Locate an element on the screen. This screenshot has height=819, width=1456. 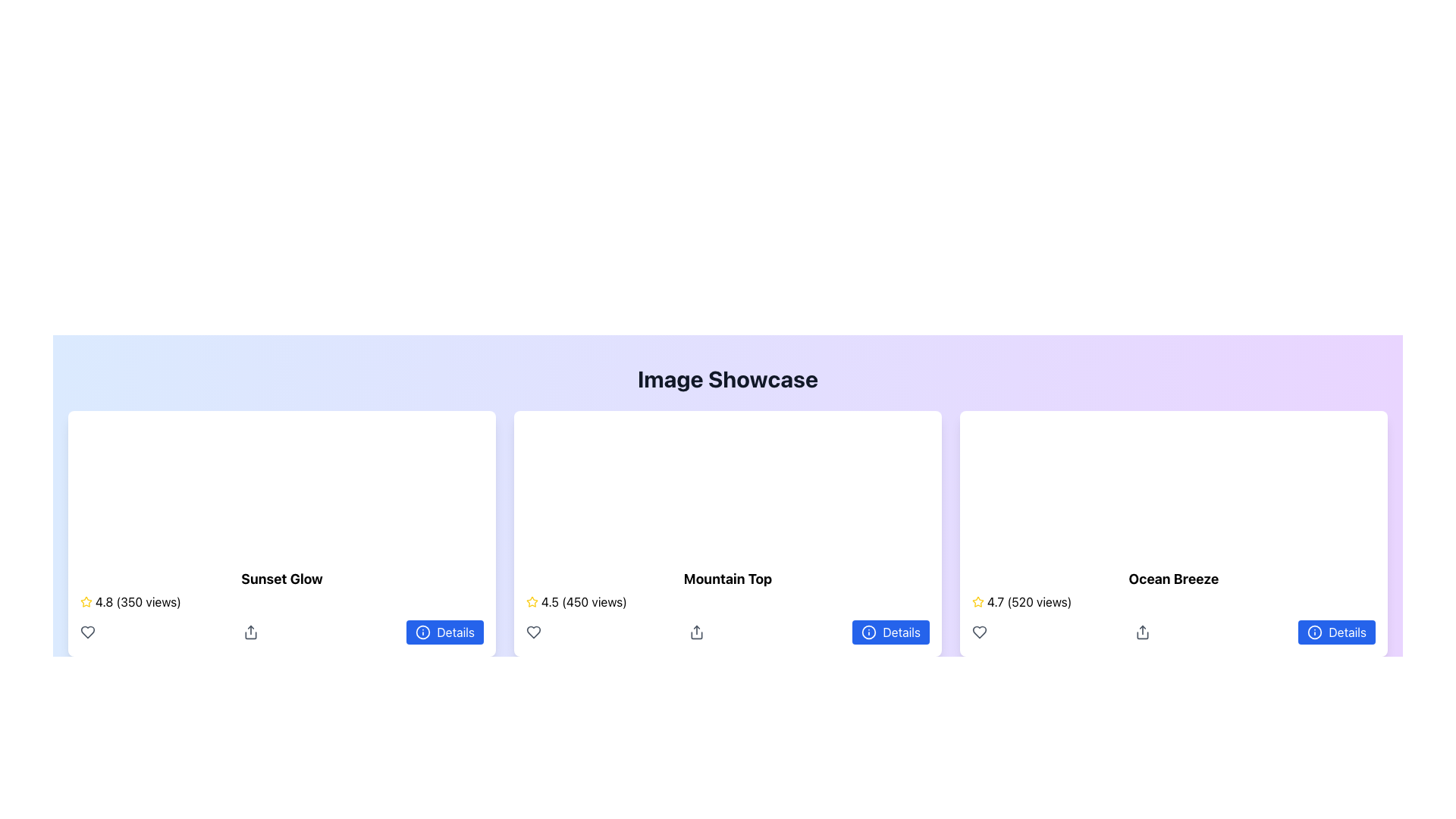
the text label reading 'Ocean Breeze', which is positioned at the top center of the card interface in the third column of the grid layout is located at coordinates (1173, 579).